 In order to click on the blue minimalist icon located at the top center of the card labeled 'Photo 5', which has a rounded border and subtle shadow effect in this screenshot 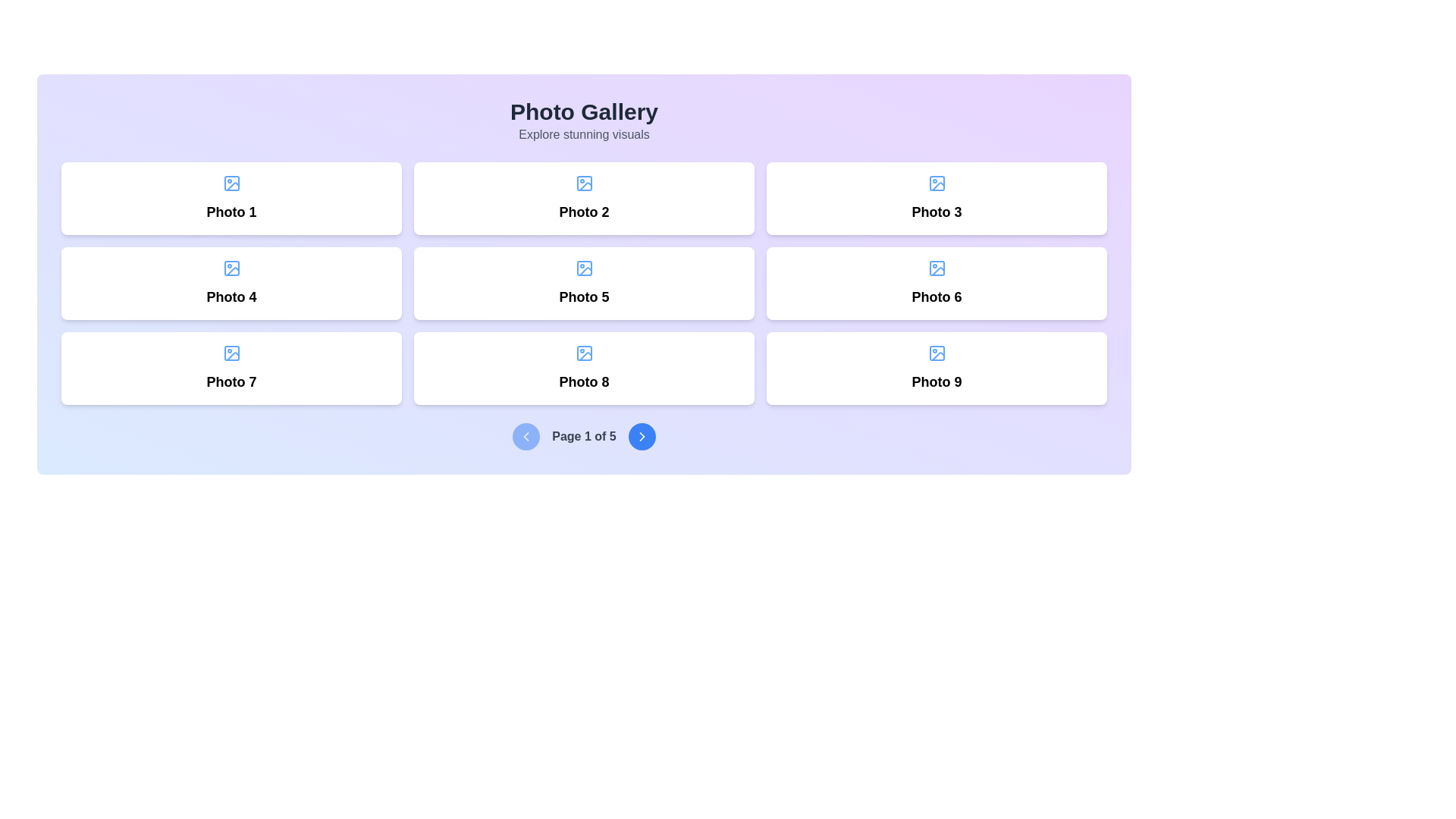, I will do `click(583, 268)`.